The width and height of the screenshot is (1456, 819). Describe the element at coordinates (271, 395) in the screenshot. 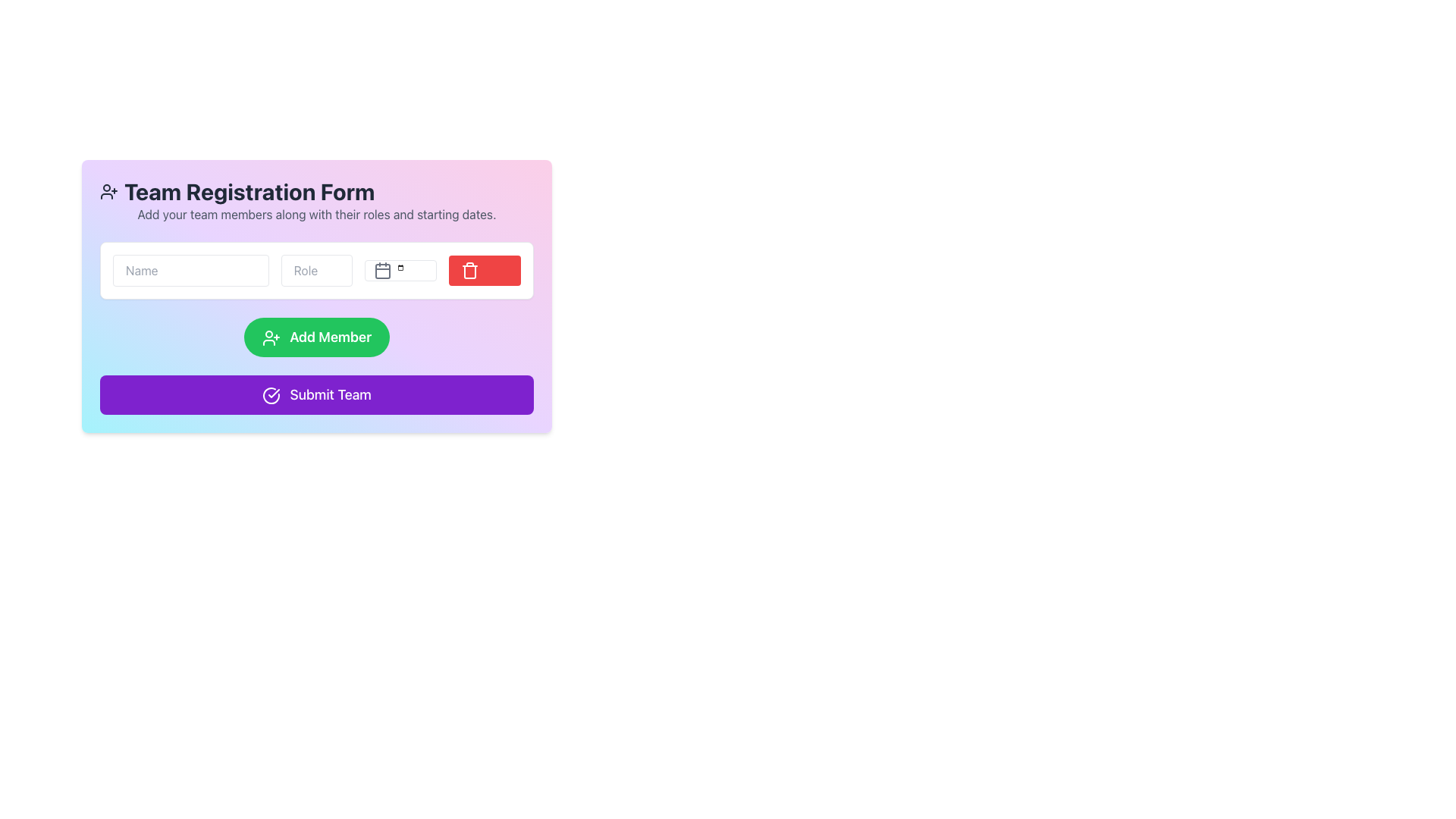

I see `the circular check icon with a purple stroke that is located to the left of the 'Submit Team' text within the large purple button at the bottom of the form` at that location.